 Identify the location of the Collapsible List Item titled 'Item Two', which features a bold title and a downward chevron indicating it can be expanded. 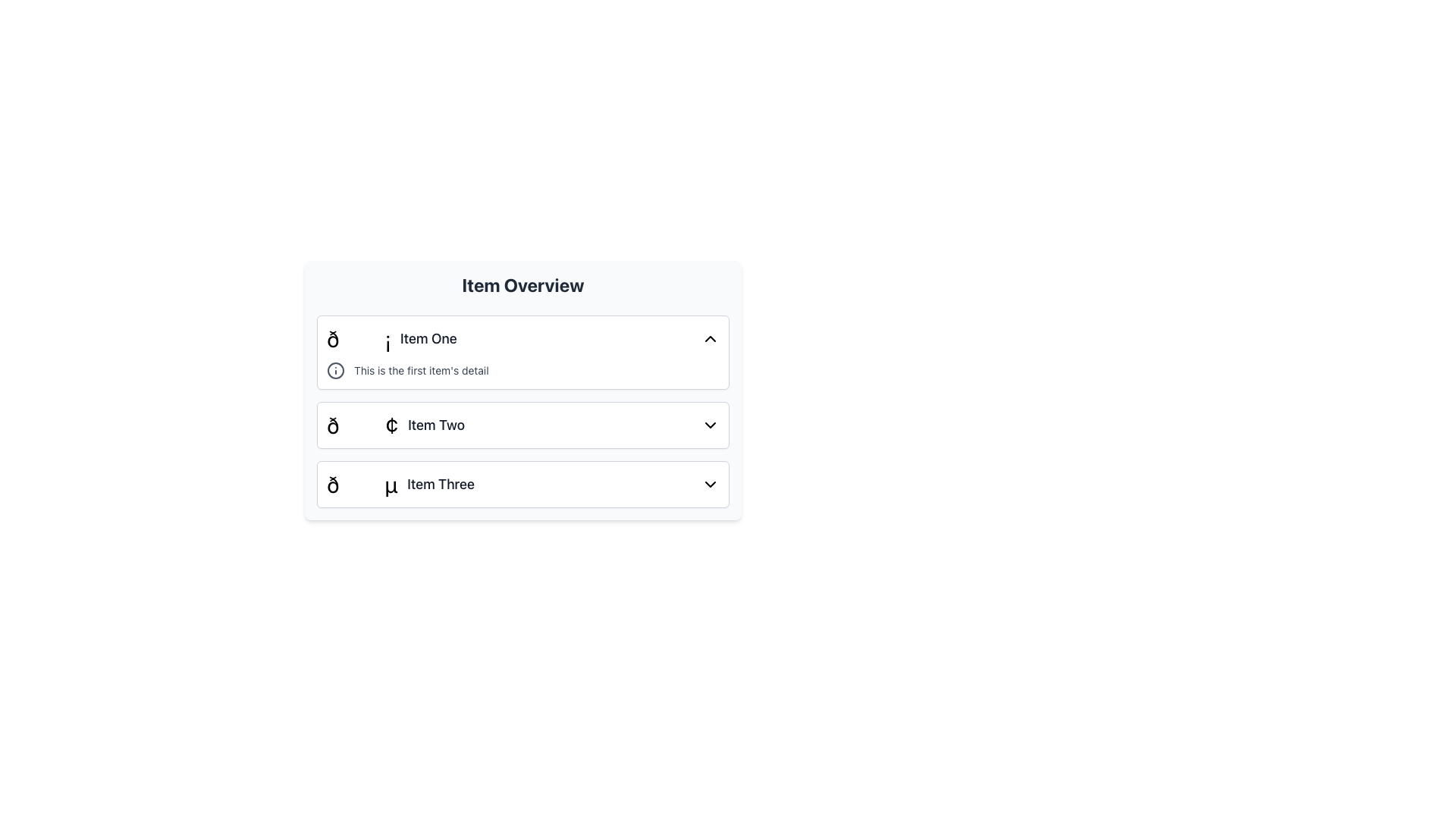
(523, 425).